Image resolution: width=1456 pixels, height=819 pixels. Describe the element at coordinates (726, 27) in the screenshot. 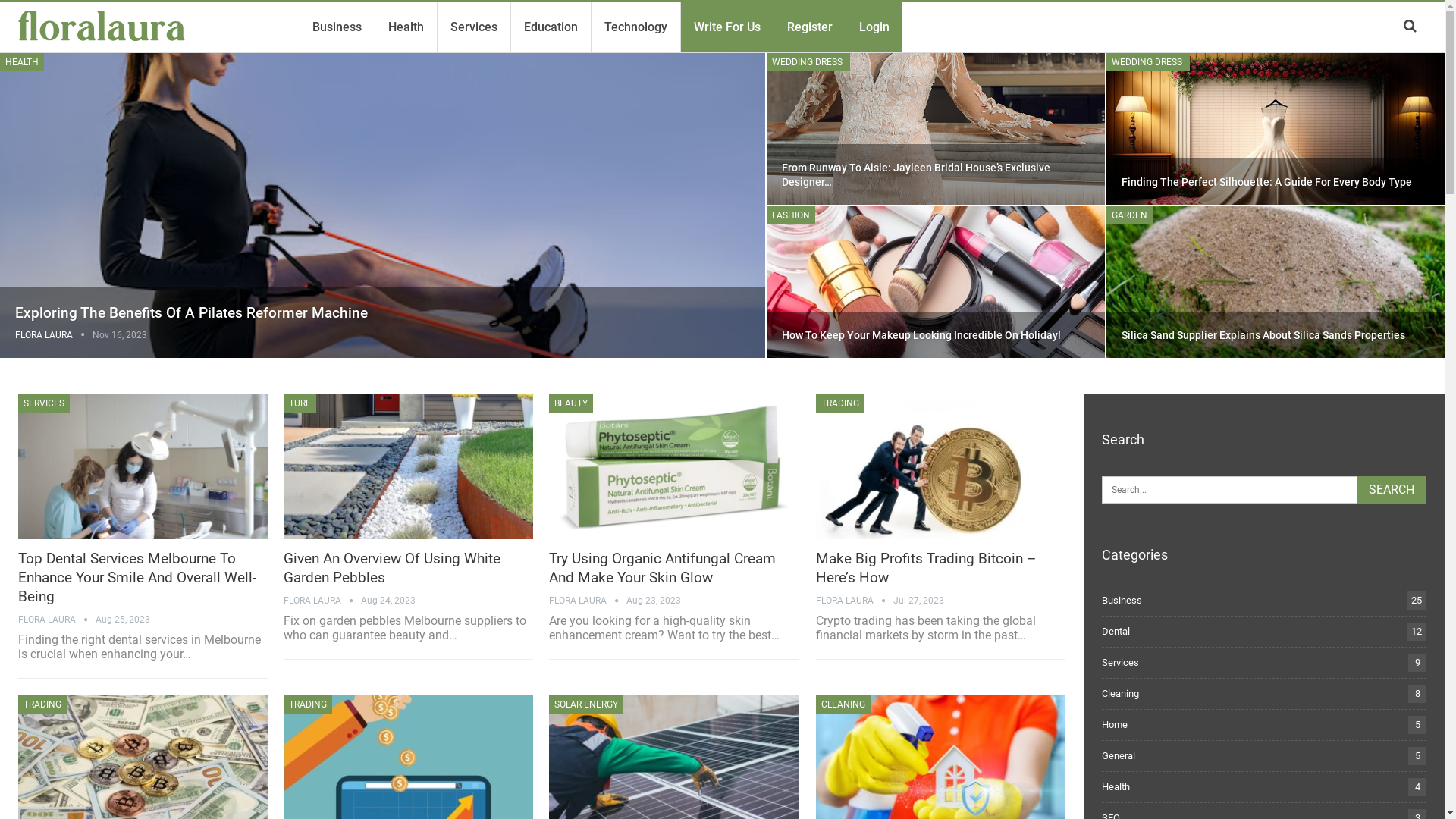

I see `'Write For Us'` at that location.